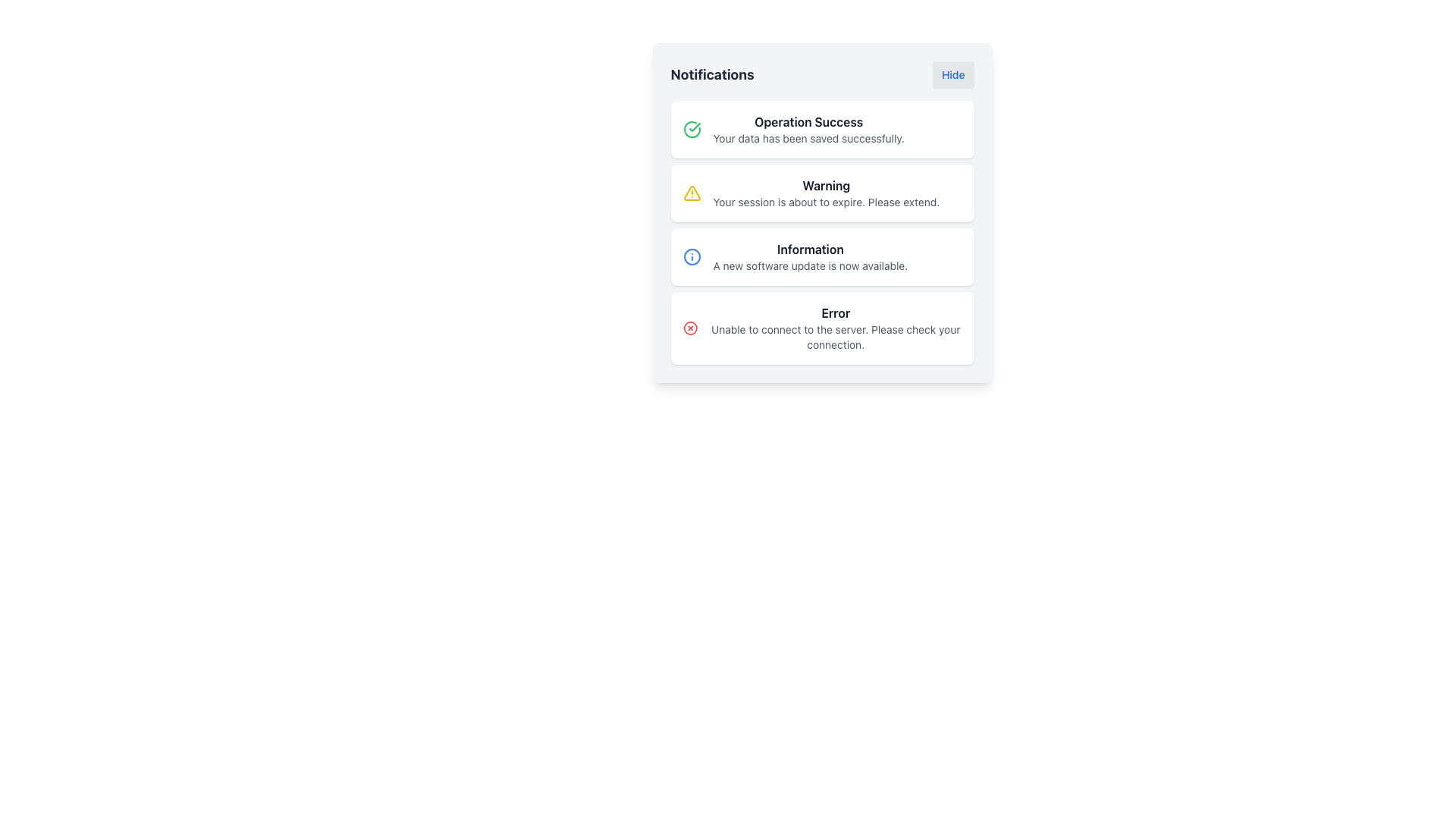 The height and width of the screenshot is (819, 1456). Describe the element at coordinates (691, 256) in the screenshot. I see `the informational notification icon located to the left of the 'Information' text in the third item of the 'Notifications' list` at that location.